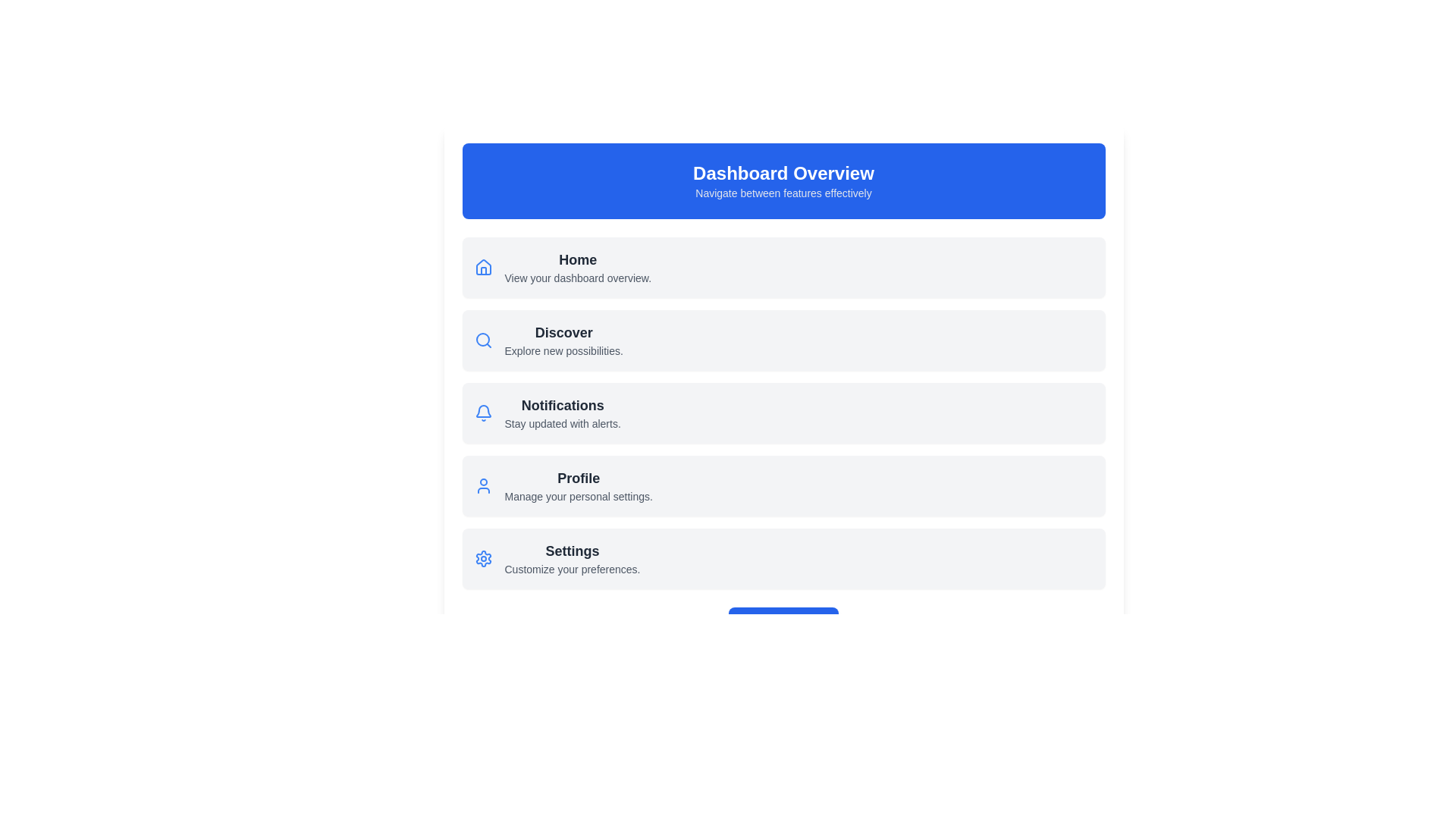 This screenshot has width=1456, height=819. What do you see at coordinates (578, 479) in the screenshot?
I see `the 'Profile' label in the menu, which is located above 'Manage your personal settings' and next to a user figure icon` at bounding box center [578, 479].